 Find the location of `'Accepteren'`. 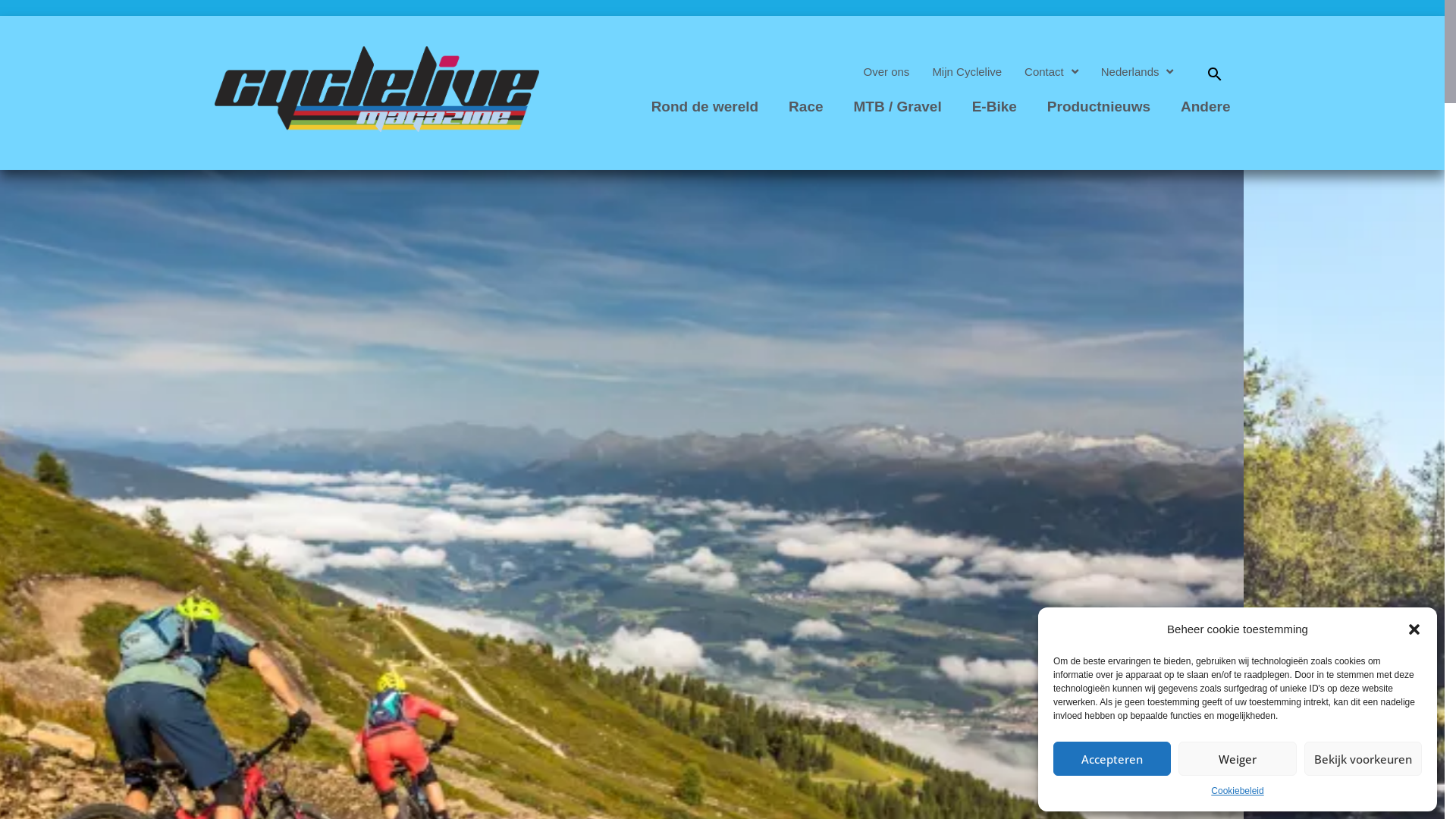

'Accepteren' is located at coordinates (1112, 758).